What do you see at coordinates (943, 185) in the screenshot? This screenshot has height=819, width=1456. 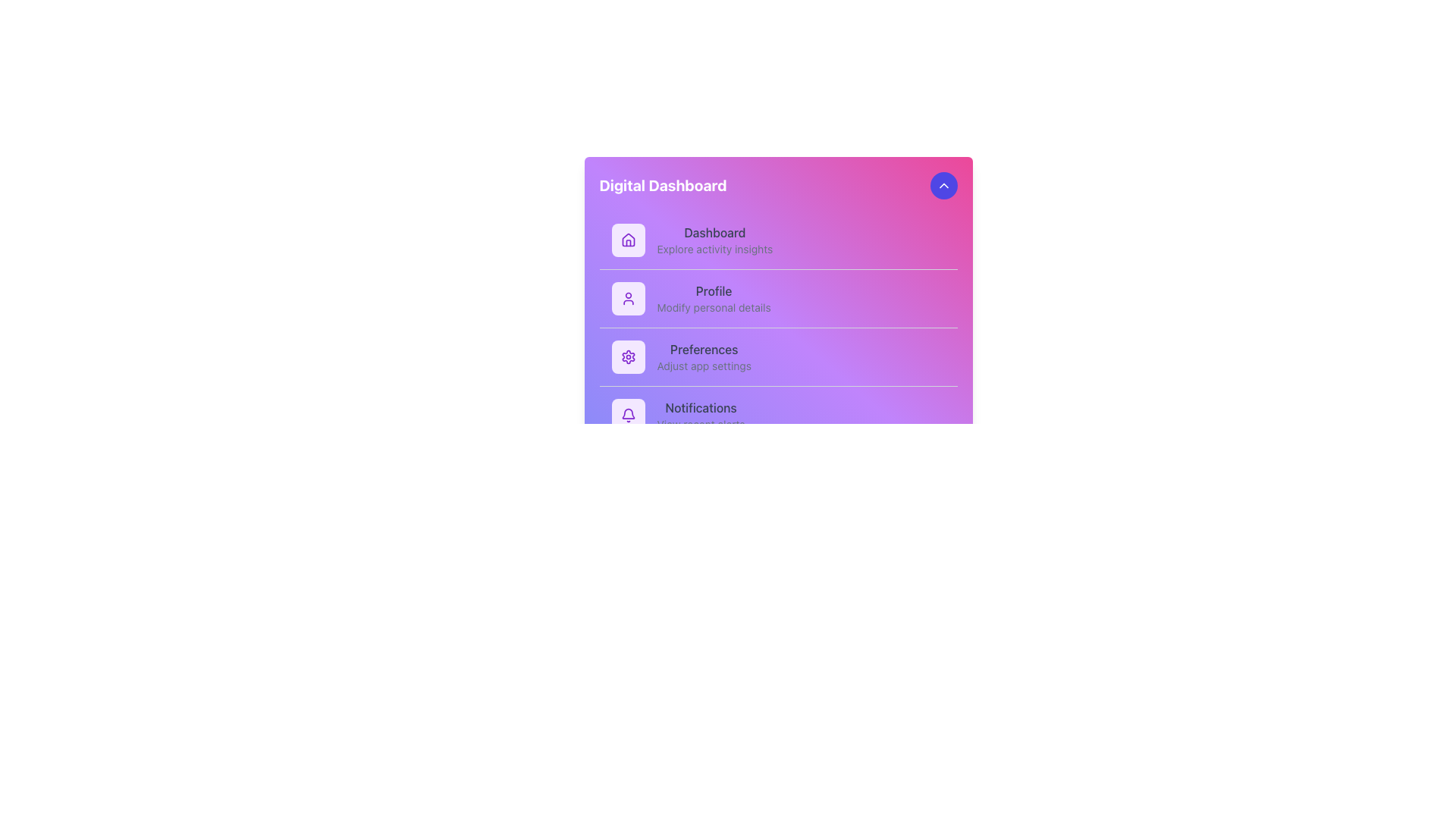 I see `the collapsible toggle button icon located at the top-right corner of the card-like layout` at bounding box center [943, 185].